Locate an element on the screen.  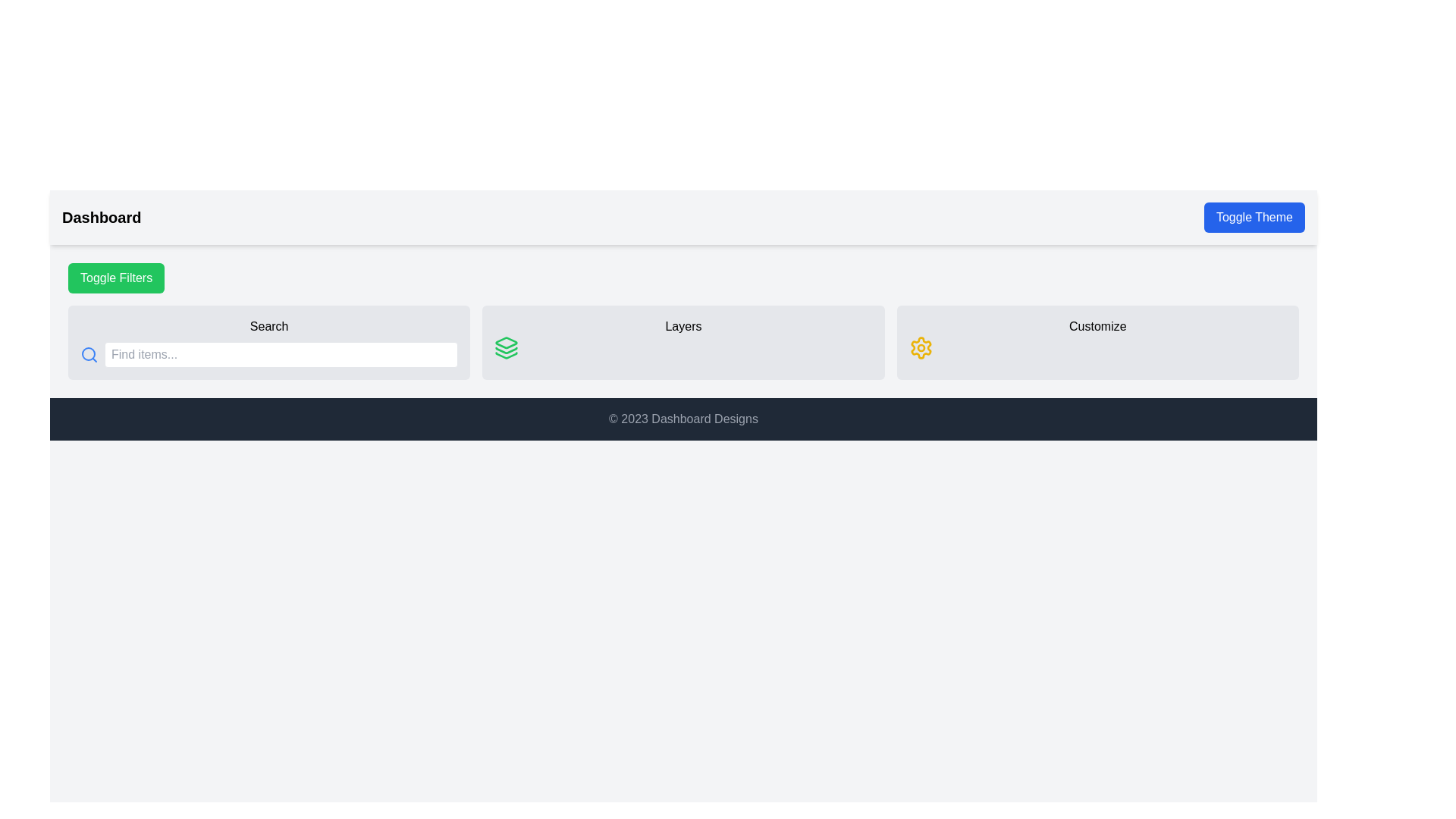
the static informational text displaying copyright information at the bottom of the dashboard interface is located at coordinates (682, 419).